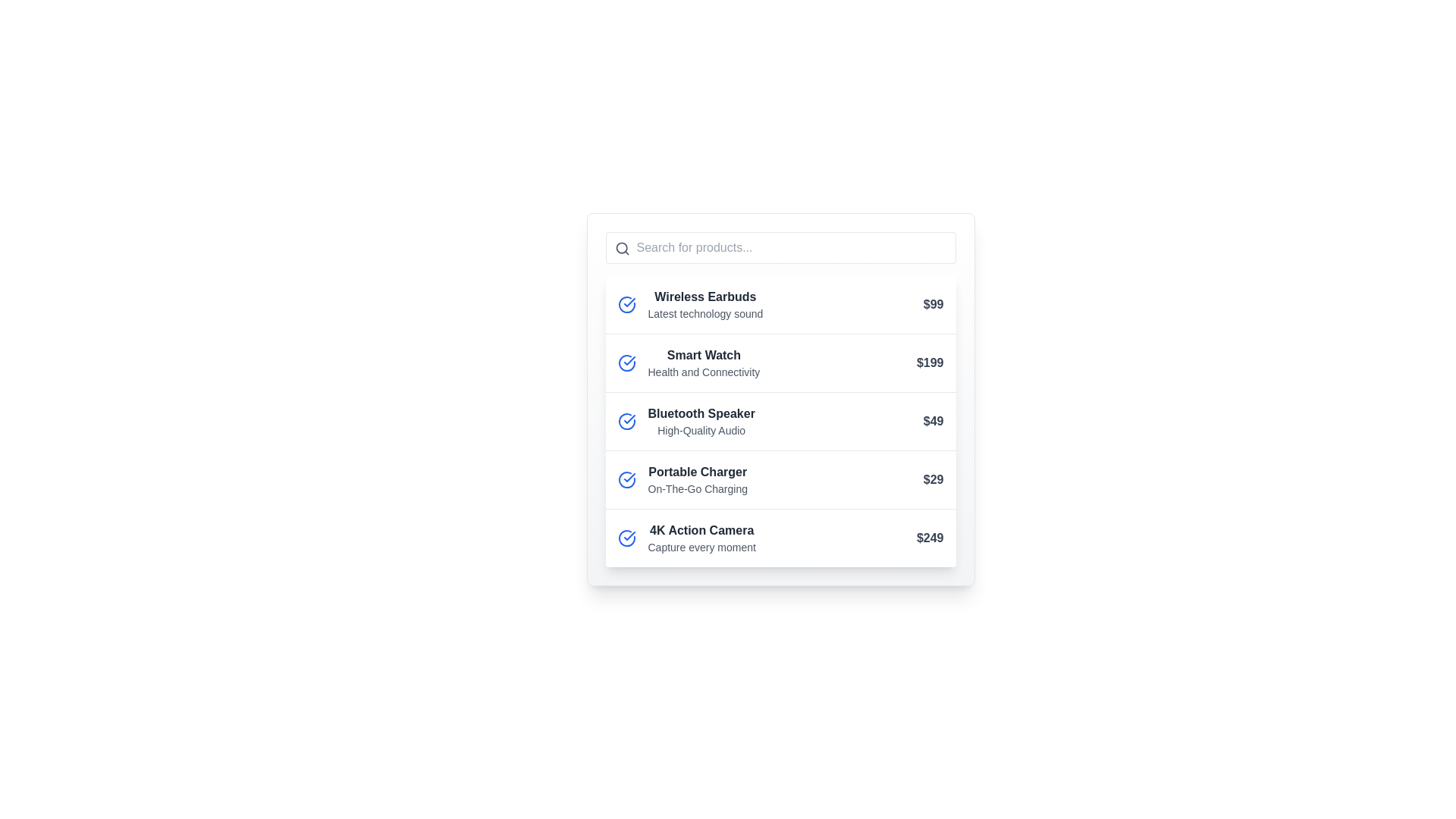  What do you see at coordinates (780, 421) in the screenshot?
I see `the third item in the product details list, which is located between the 'Smart Watch' and 'Portable Charger' items` at bounding box center [780, 421].